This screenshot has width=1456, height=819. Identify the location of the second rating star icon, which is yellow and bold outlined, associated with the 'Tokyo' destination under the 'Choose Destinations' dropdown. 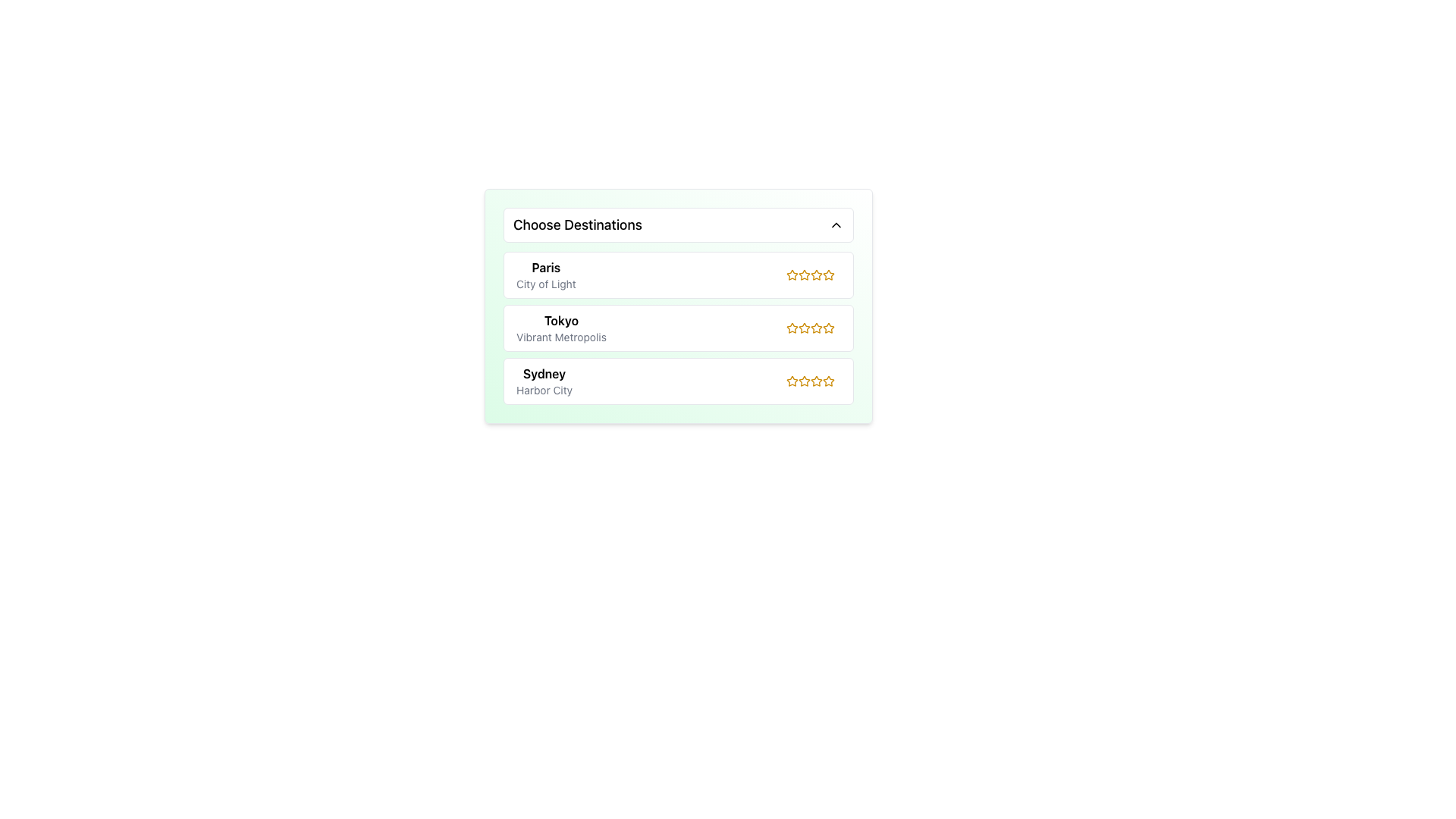
(803, 327).